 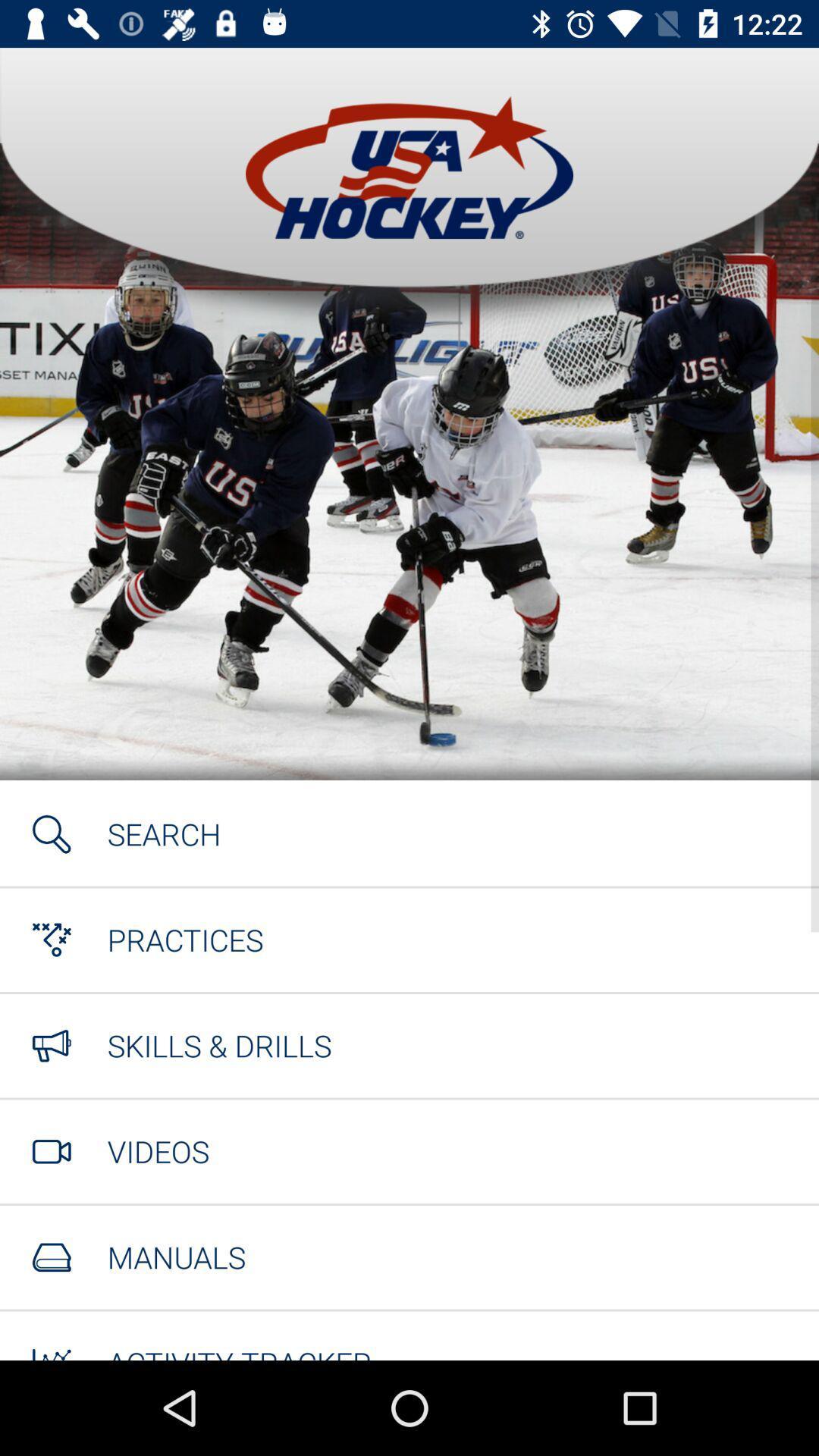 I want to click on the item below search, so click(x=184, y=939).